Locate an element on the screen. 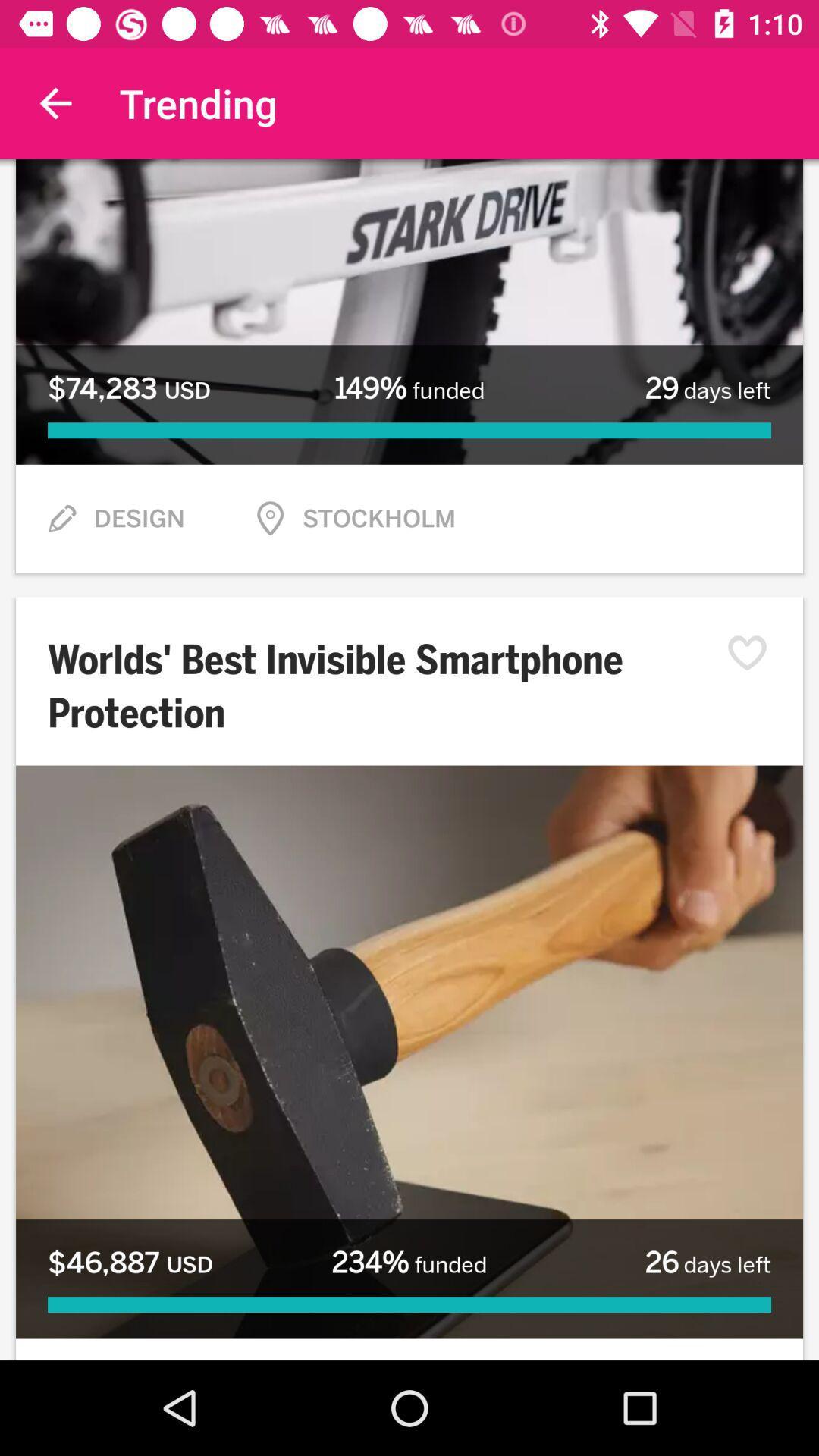  the design is located at coordinates (139, 519).